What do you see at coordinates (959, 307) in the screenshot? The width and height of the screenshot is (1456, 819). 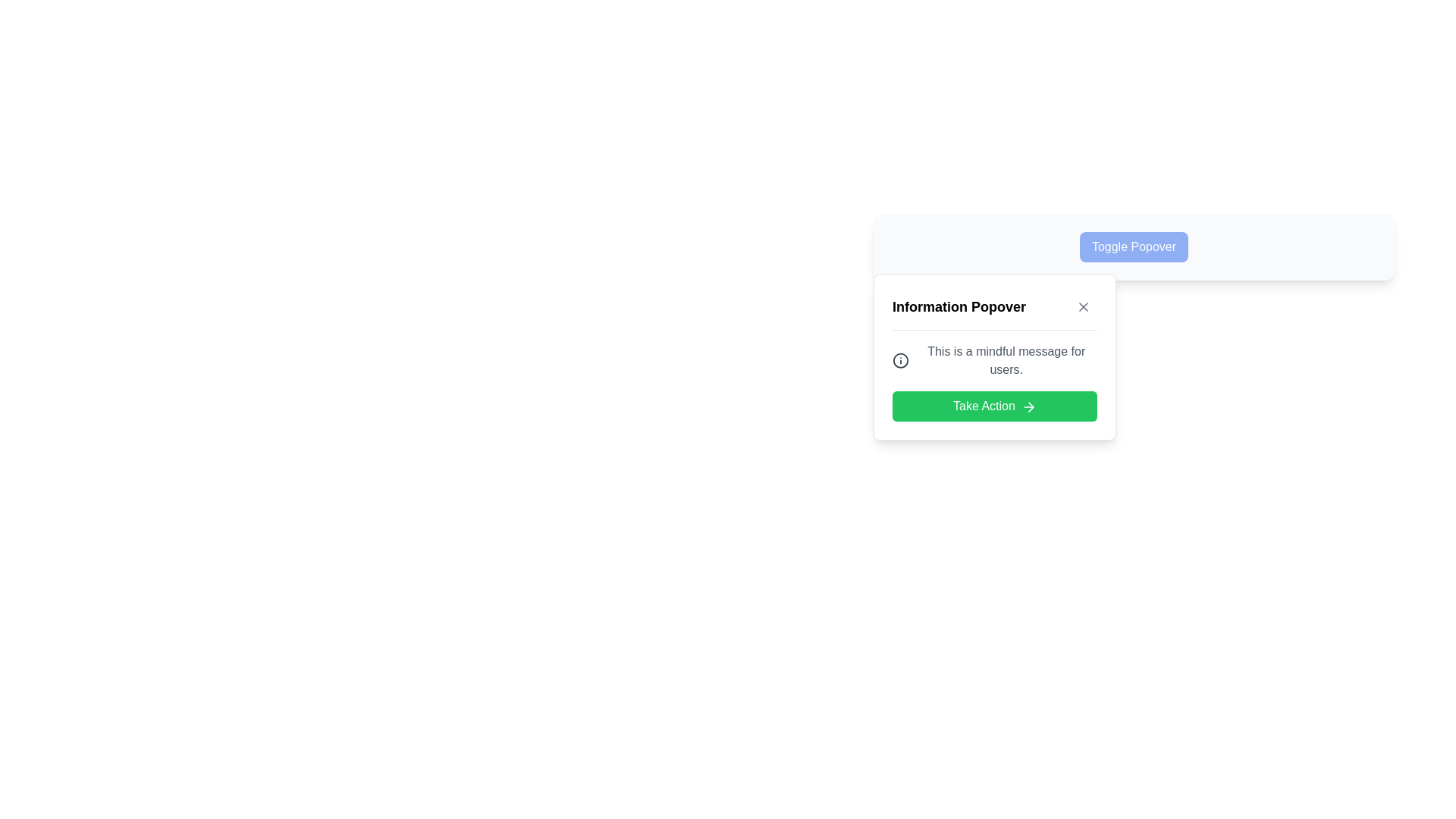 I see `title text of the modal dialog, which is located on the left side of the close button in the top horizontal section of the modal` at bounding box center [959, 307].